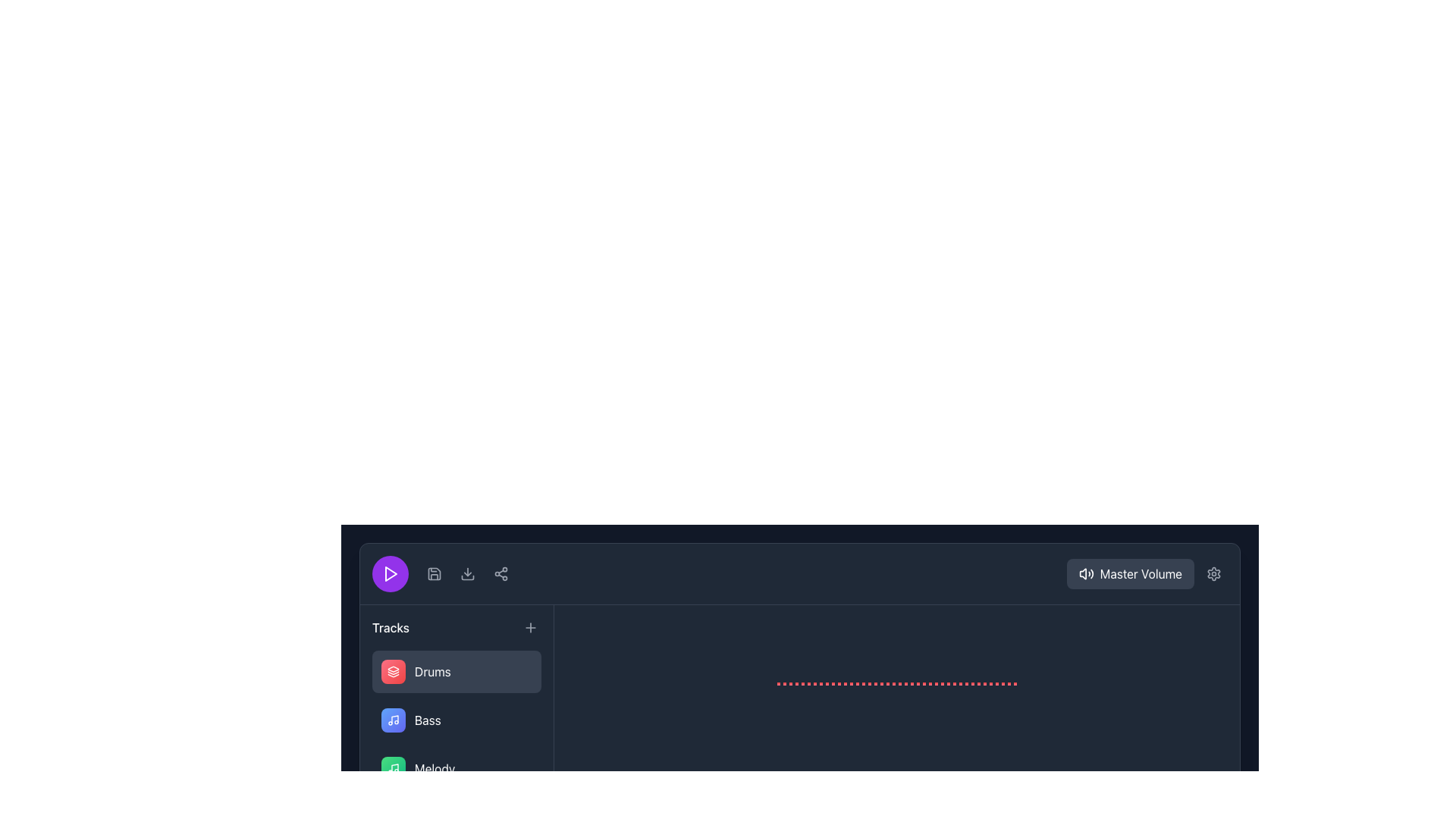  I want to click on the 'Bass' track icon located to the left of the label displaying 'Bass', so click(393, 719).